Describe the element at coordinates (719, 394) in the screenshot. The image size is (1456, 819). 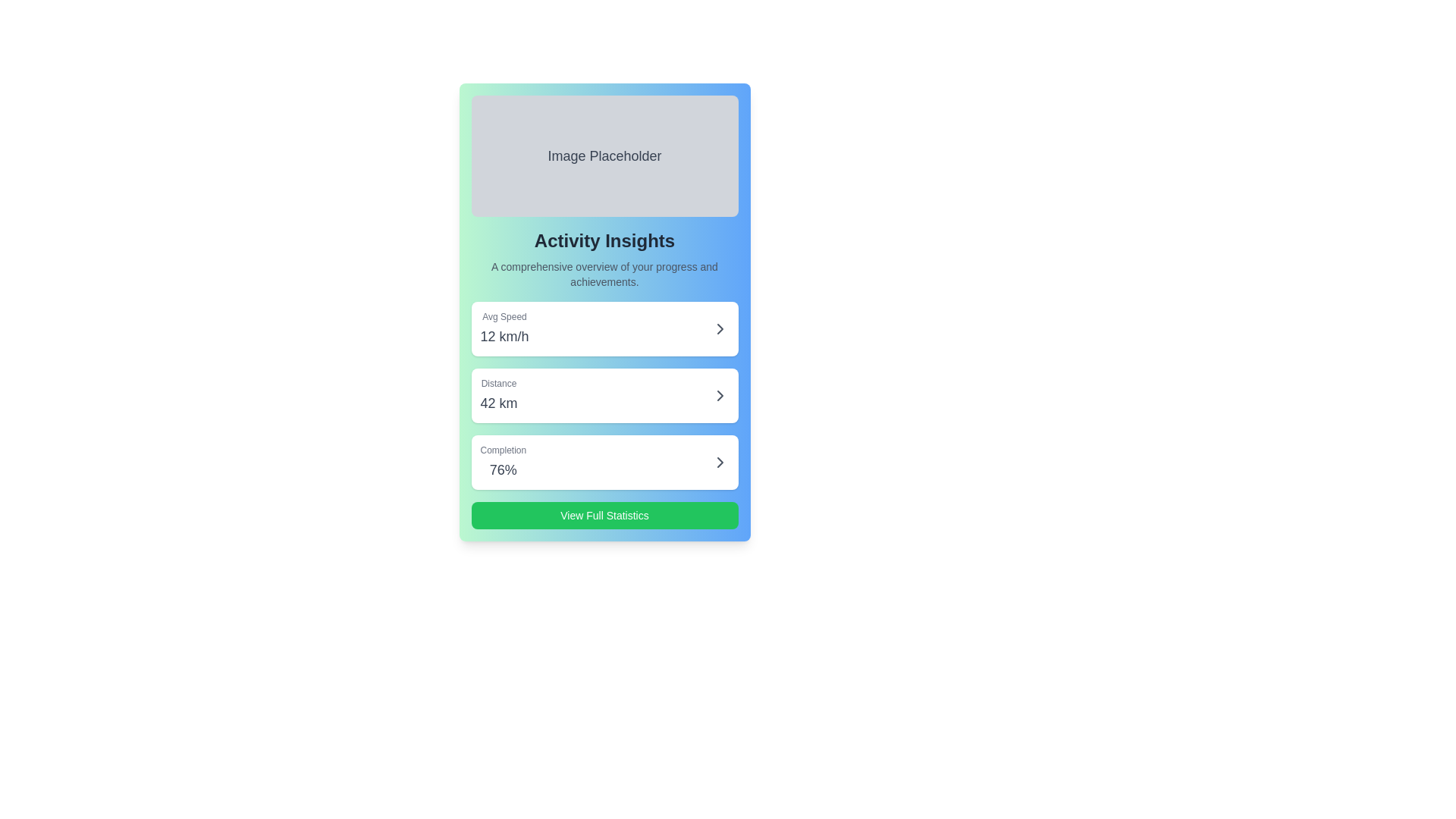
I see `the chevron icon pointing right, located at the far right of the 'Distance' row following the text '42 km'` at that location.